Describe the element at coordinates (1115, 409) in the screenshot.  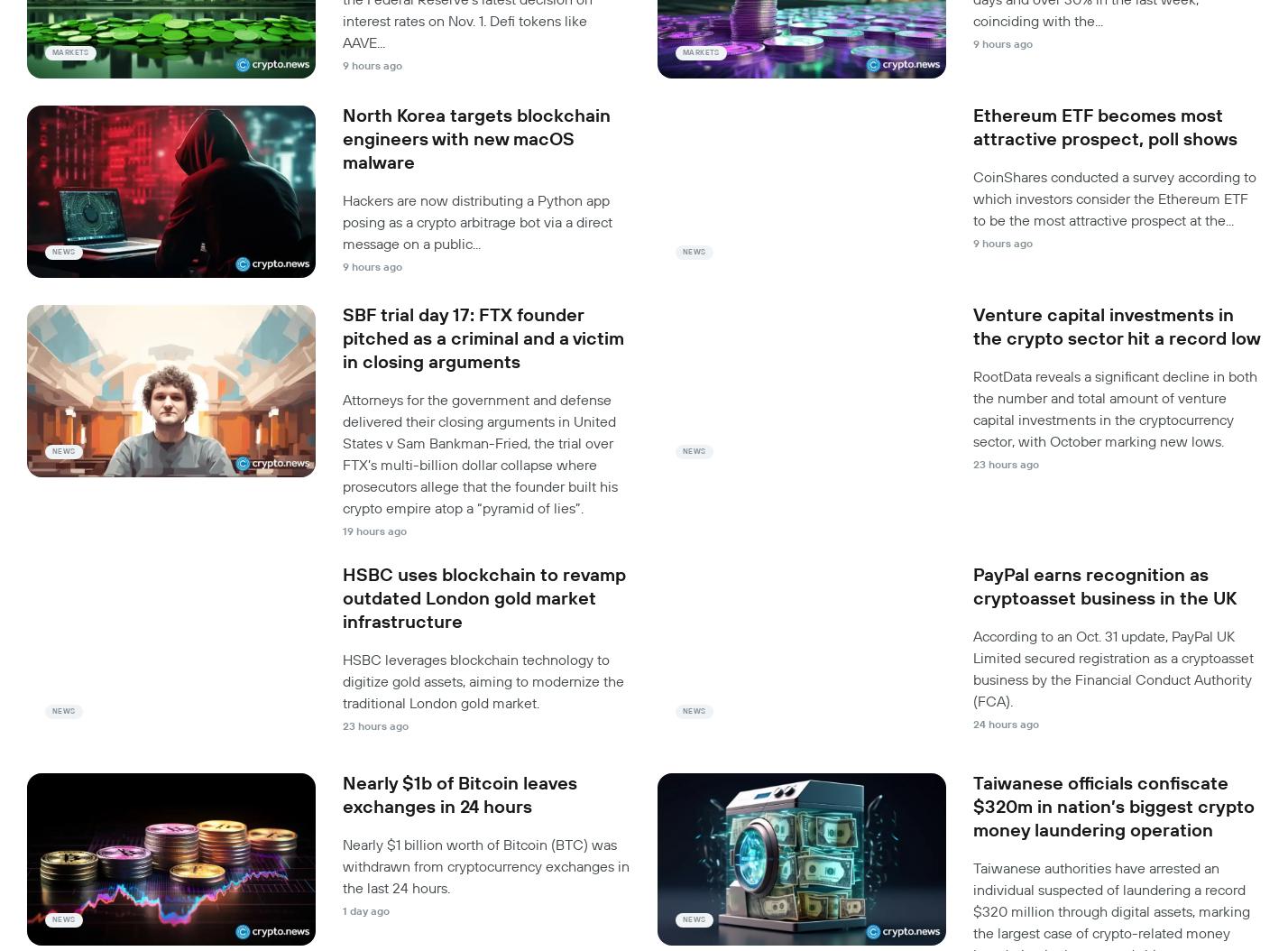
I see `'RootData reveals a significant decline in both the number and total amount of venture capital investments in the cryptocurrency sector, with October marking new lows.'` at that location.